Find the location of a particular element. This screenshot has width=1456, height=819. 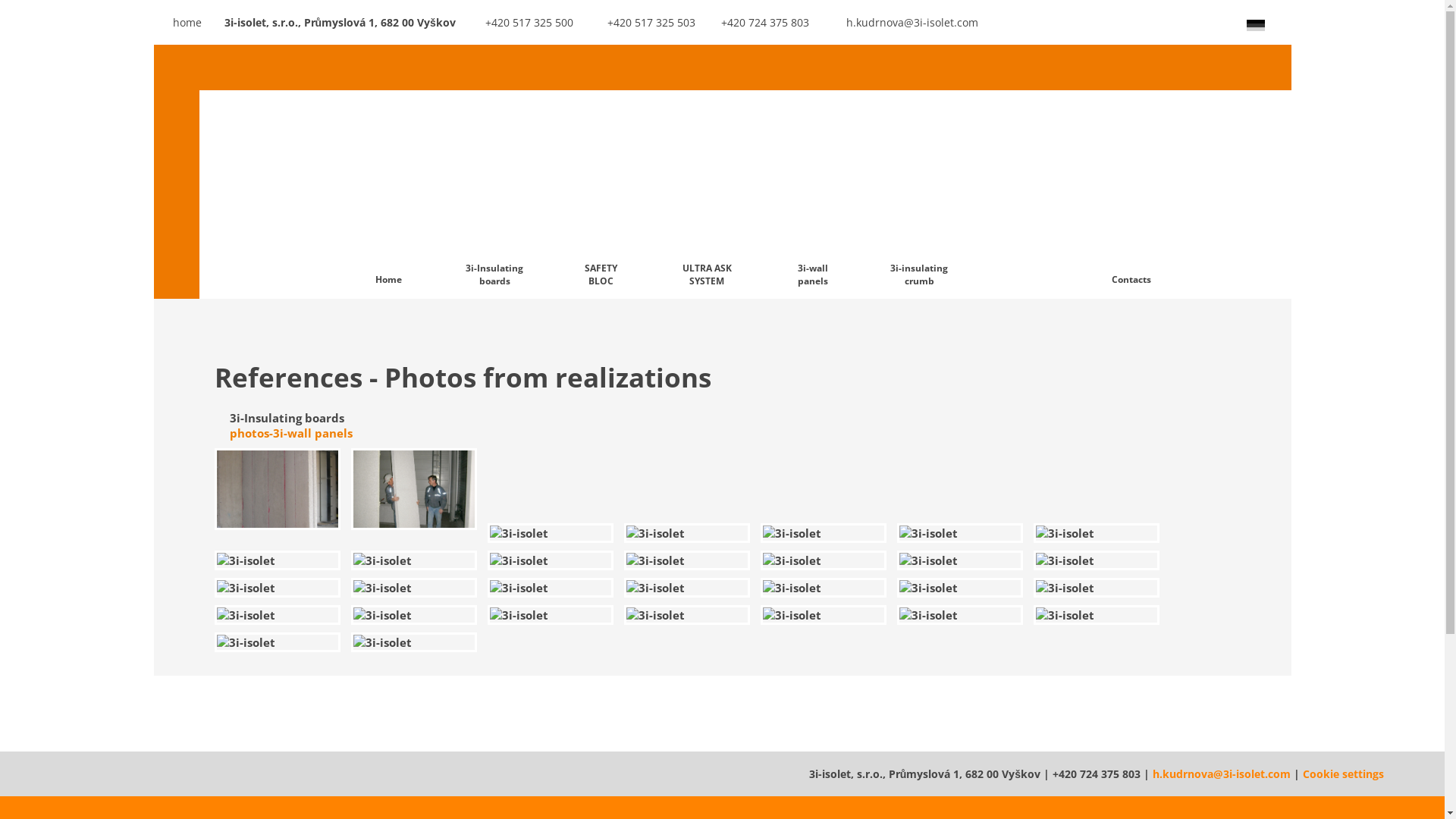

'3i-isolet' is located at coordinates (277, 642).